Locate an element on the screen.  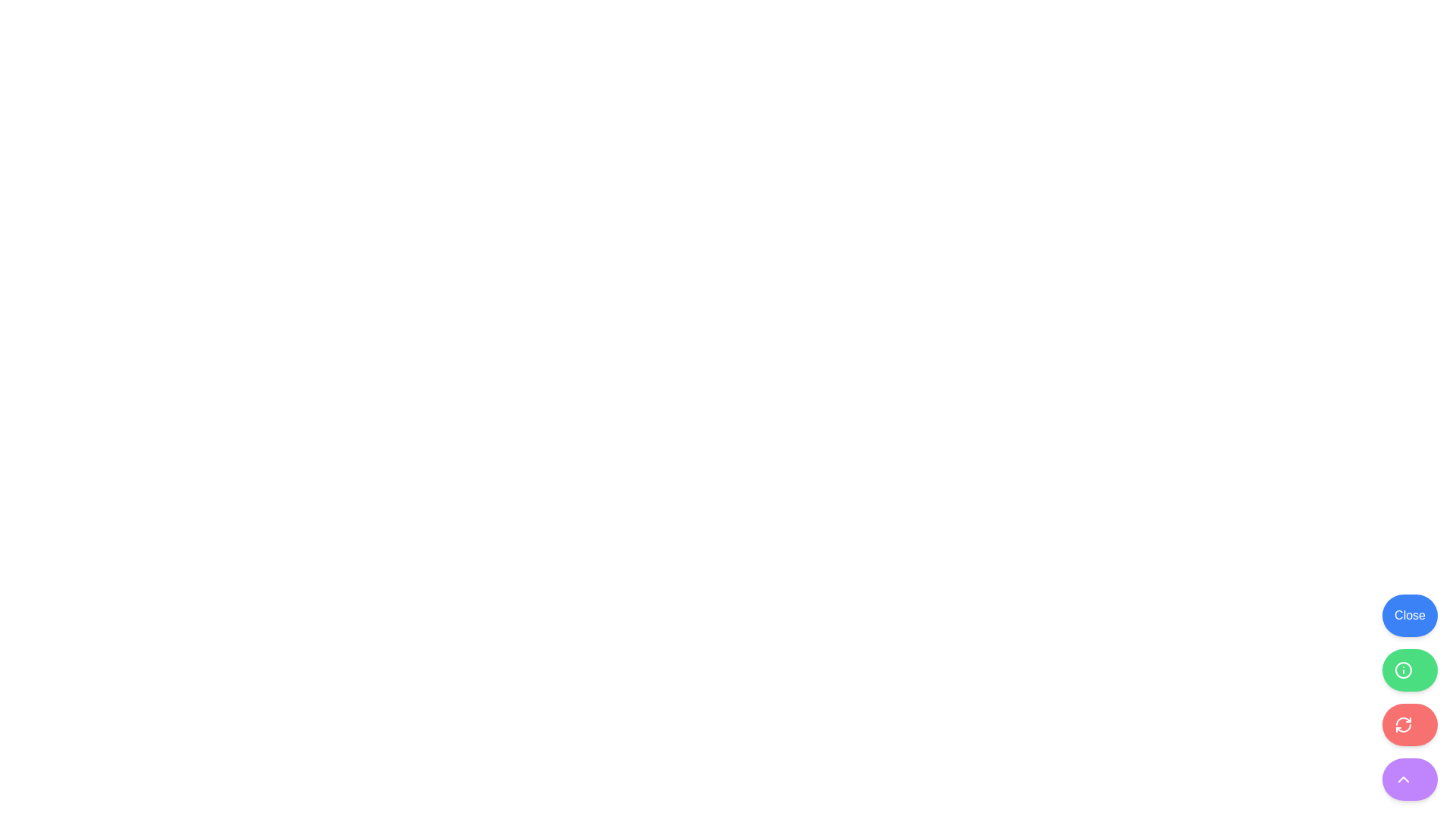
the 'Back to top' button located at the bottom right corner of the interface is located at coordinates (1409, 780).